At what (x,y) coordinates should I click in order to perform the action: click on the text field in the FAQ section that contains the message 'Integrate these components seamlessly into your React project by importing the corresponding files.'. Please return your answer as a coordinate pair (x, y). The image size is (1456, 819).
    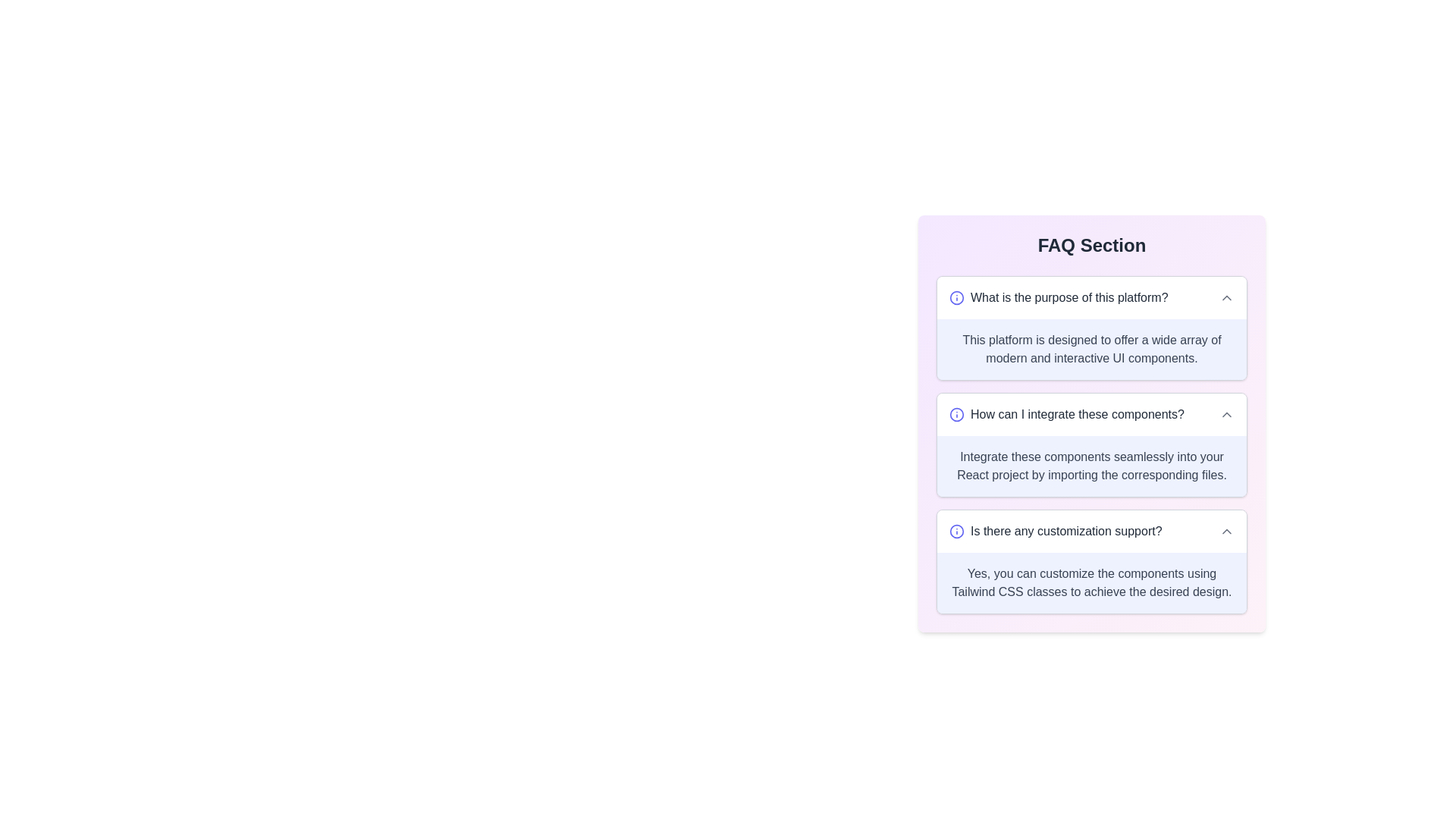
    Looking at the image, I should click on (1092, 465).